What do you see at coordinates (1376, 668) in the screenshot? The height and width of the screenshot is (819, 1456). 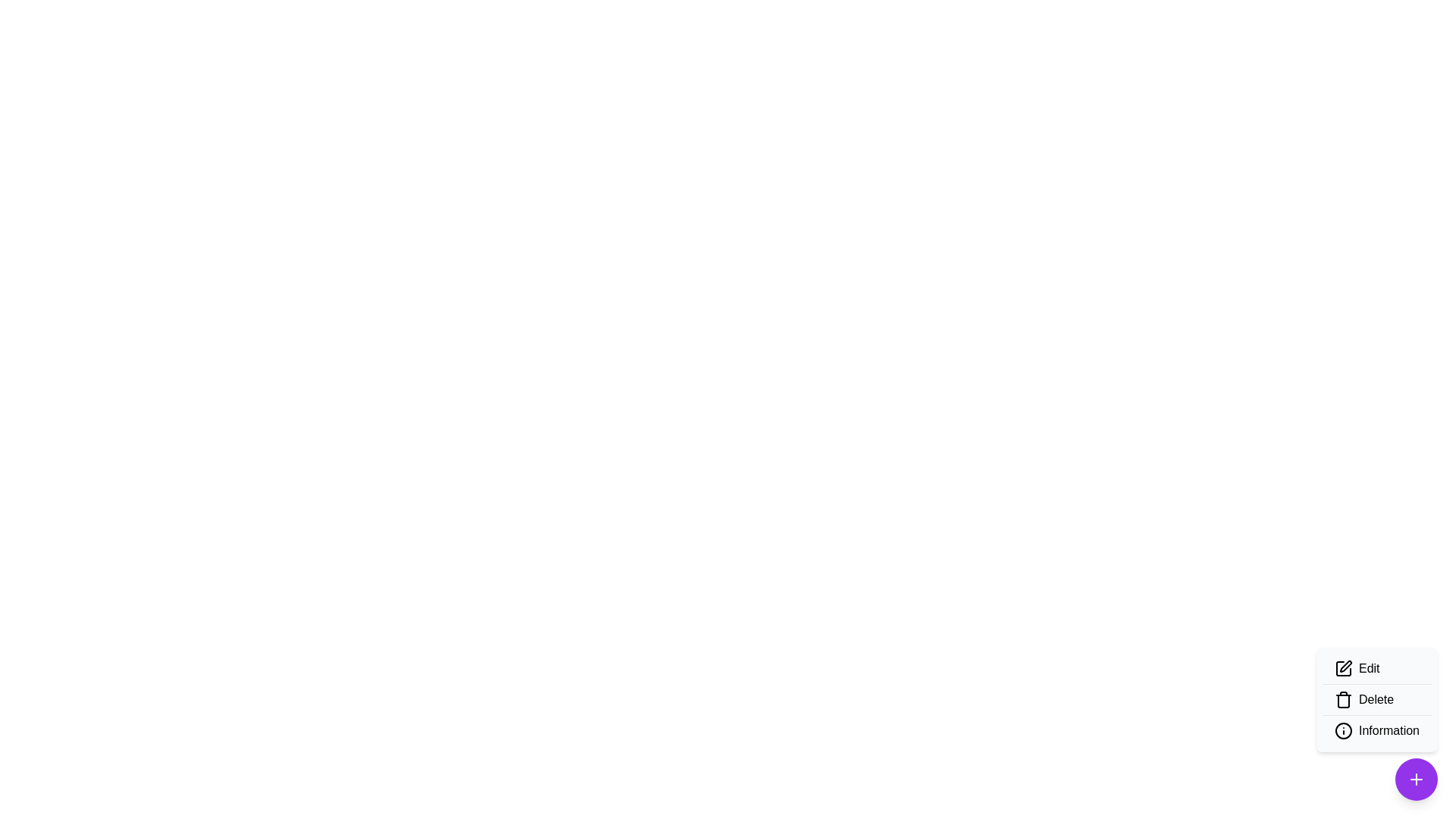 I see `the 'Edit' menu item, which is the first item in a vertical menu with a pencil icon on the left and bold text on the right, located in the bottom-right corner of the interface` at bounding box center [1376, 668].